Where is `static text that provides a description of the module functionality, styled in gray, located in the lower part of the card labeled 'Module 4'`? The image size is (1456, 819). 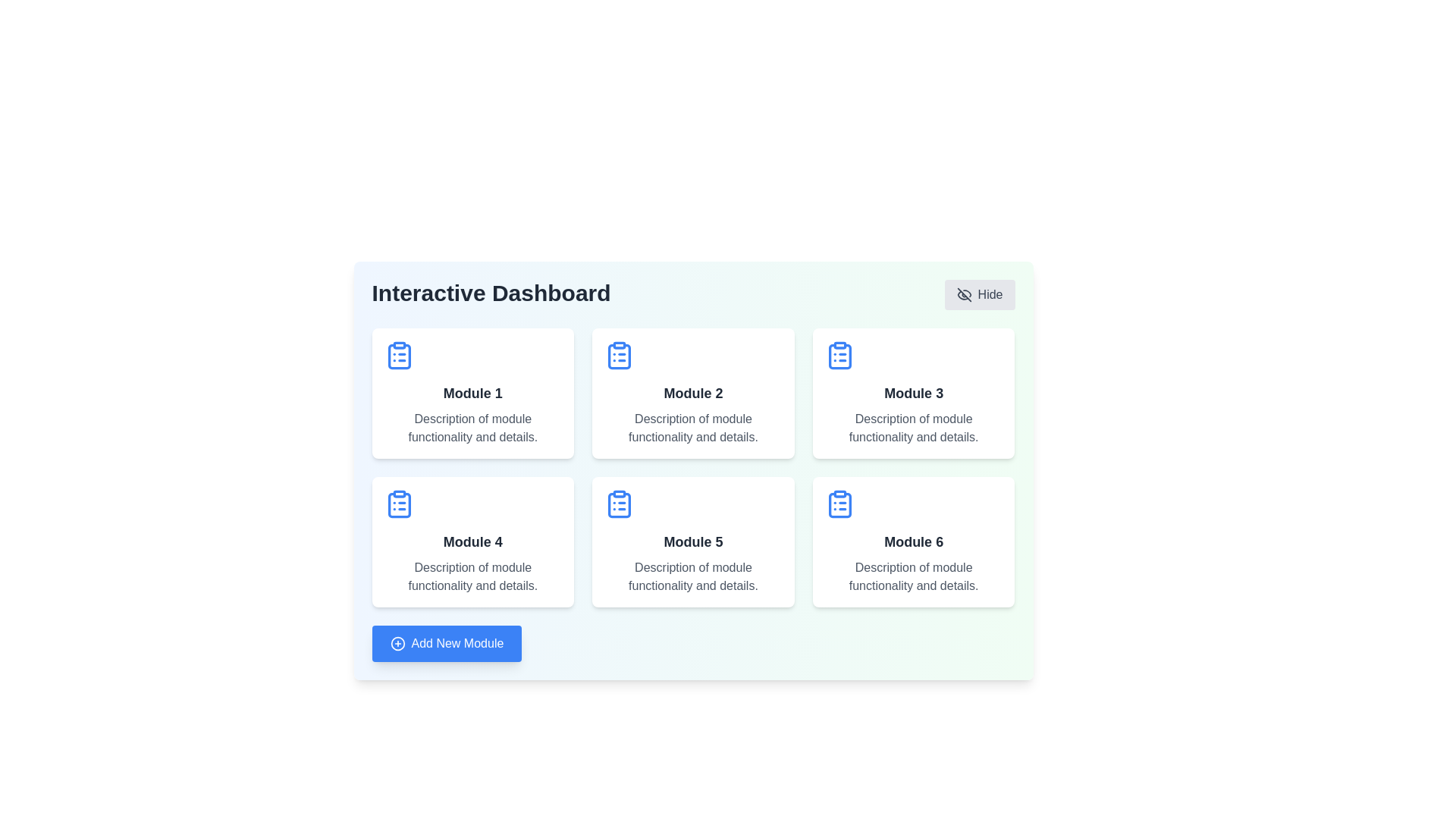
static text that provides a description of the module functionality, styled in gray, located in the lower part of the card labeled 'Module 4' is located at coordinates (472, 576).